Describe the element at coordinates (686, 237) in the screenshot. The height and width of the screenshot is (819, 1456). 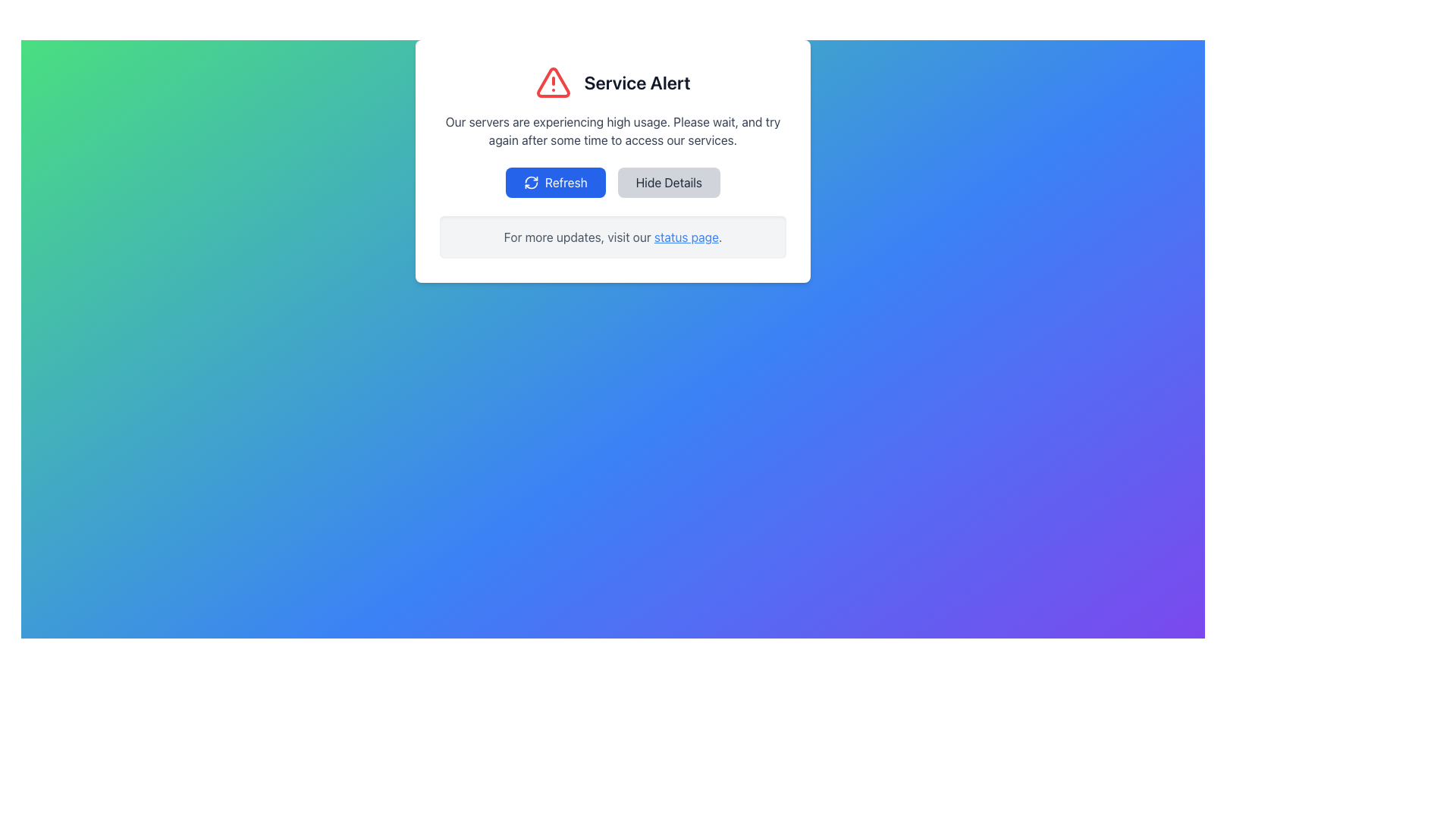
I see `the hyperlink at the end of the phrase 'For more updates, visit our status page.'` at that location.